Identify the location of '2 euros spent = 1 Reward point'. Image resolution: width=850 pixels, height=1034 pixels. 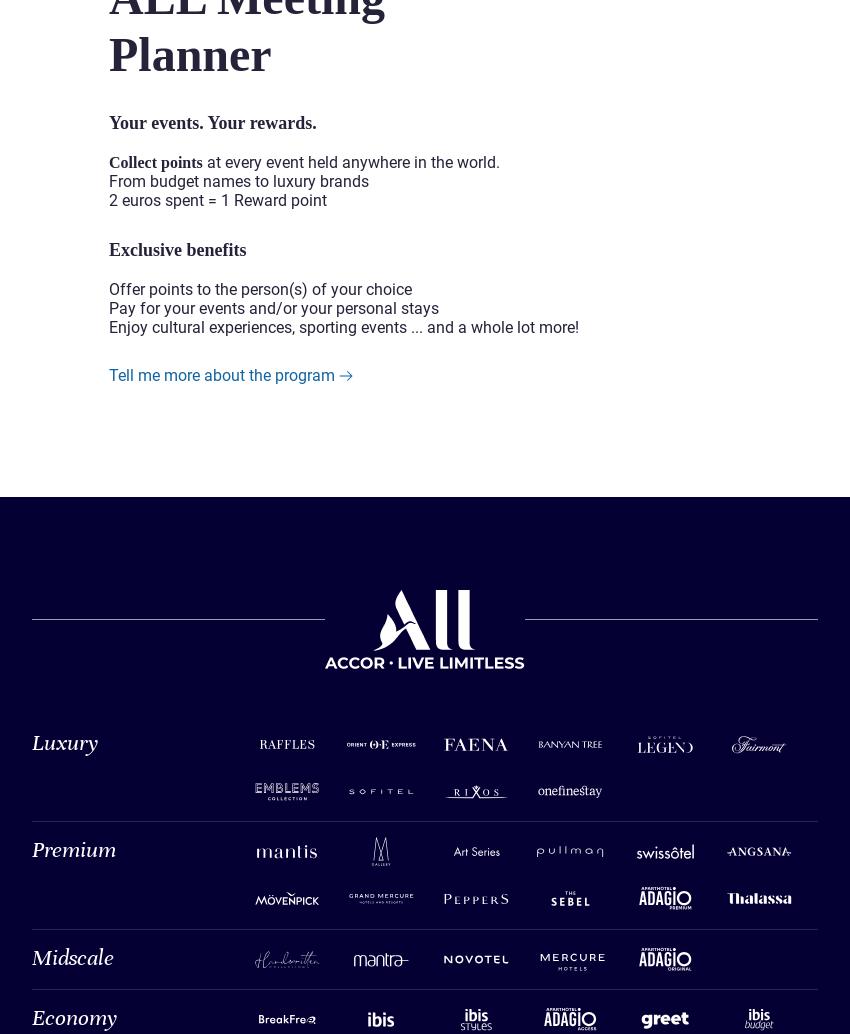
(218, 199).